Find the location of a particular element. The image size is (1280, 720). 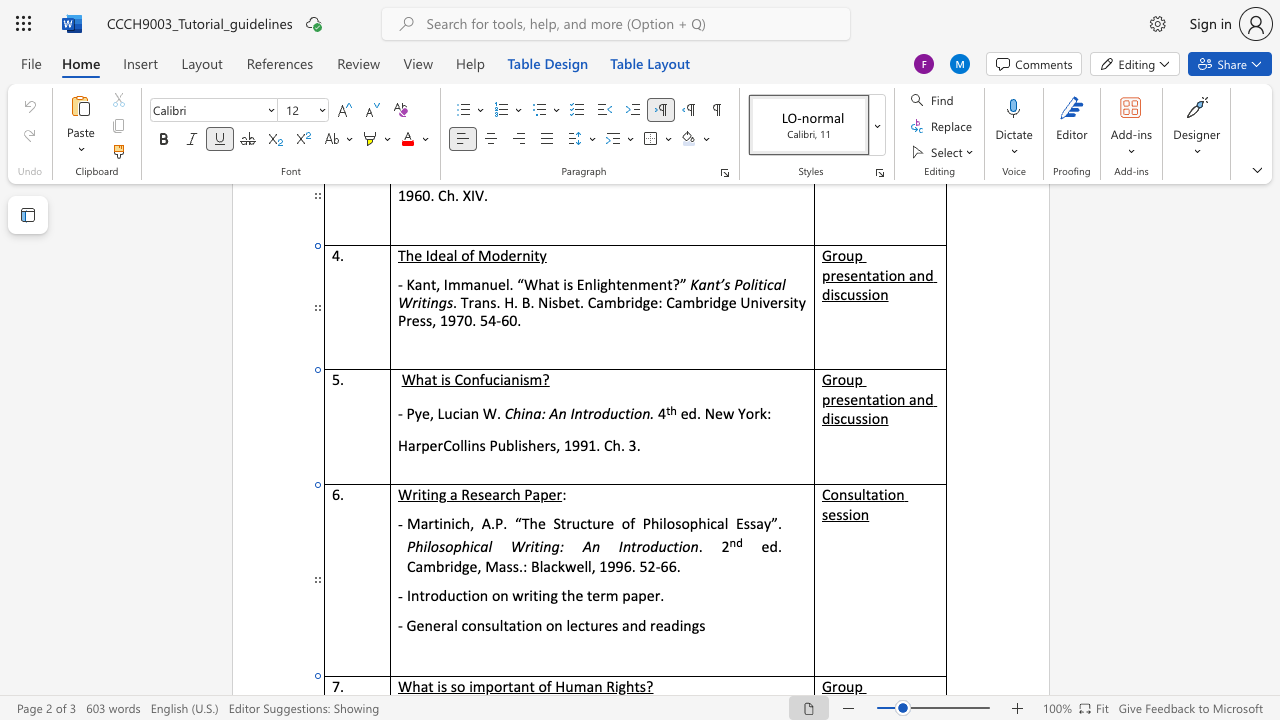

the 1th character "f" in the text is located at coordinates (482, 379).